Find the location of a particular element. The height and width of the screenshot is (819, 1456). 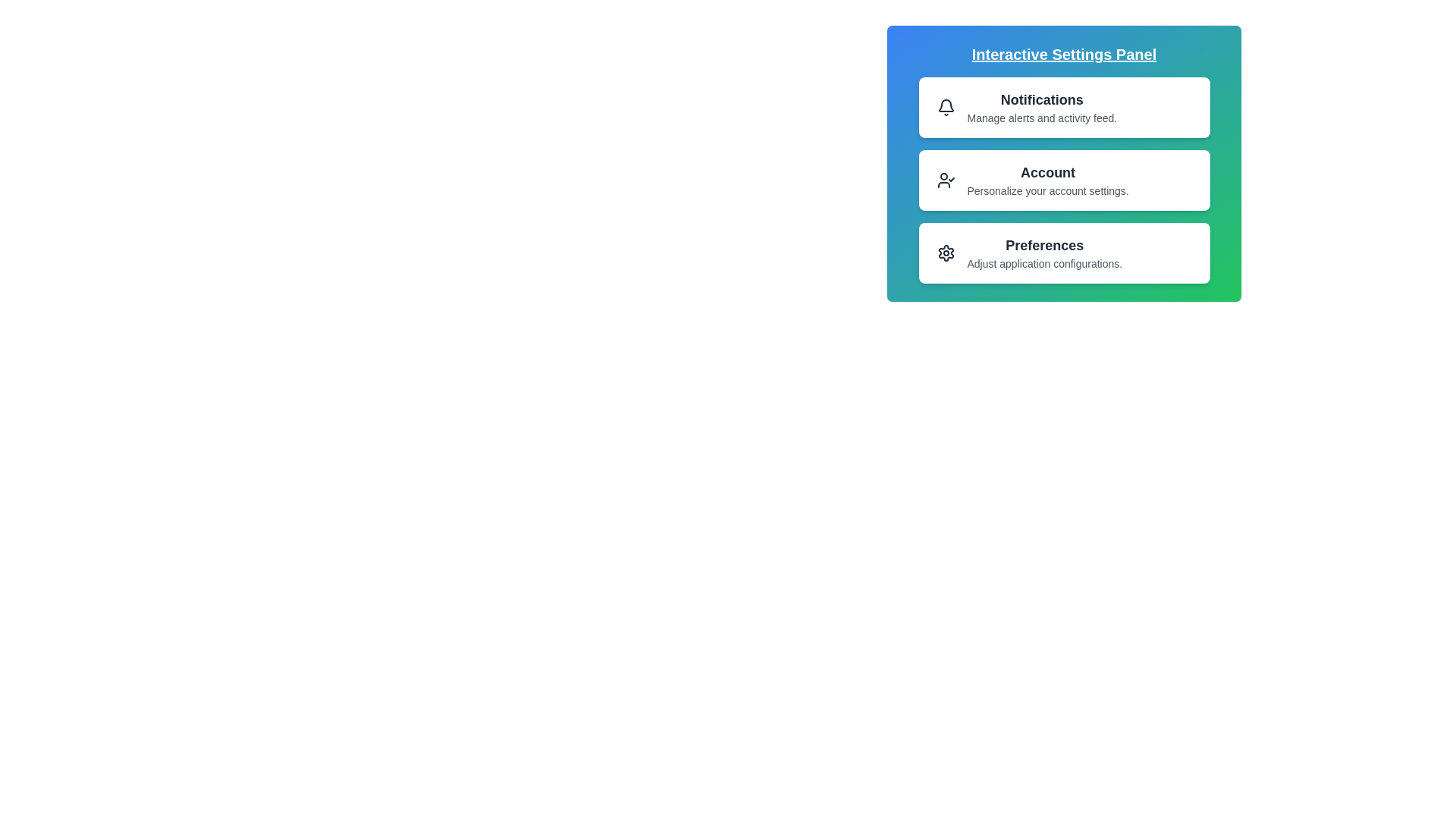

the 'Notifications' button to observe its hover effect is located at coordinates (1063, 107).